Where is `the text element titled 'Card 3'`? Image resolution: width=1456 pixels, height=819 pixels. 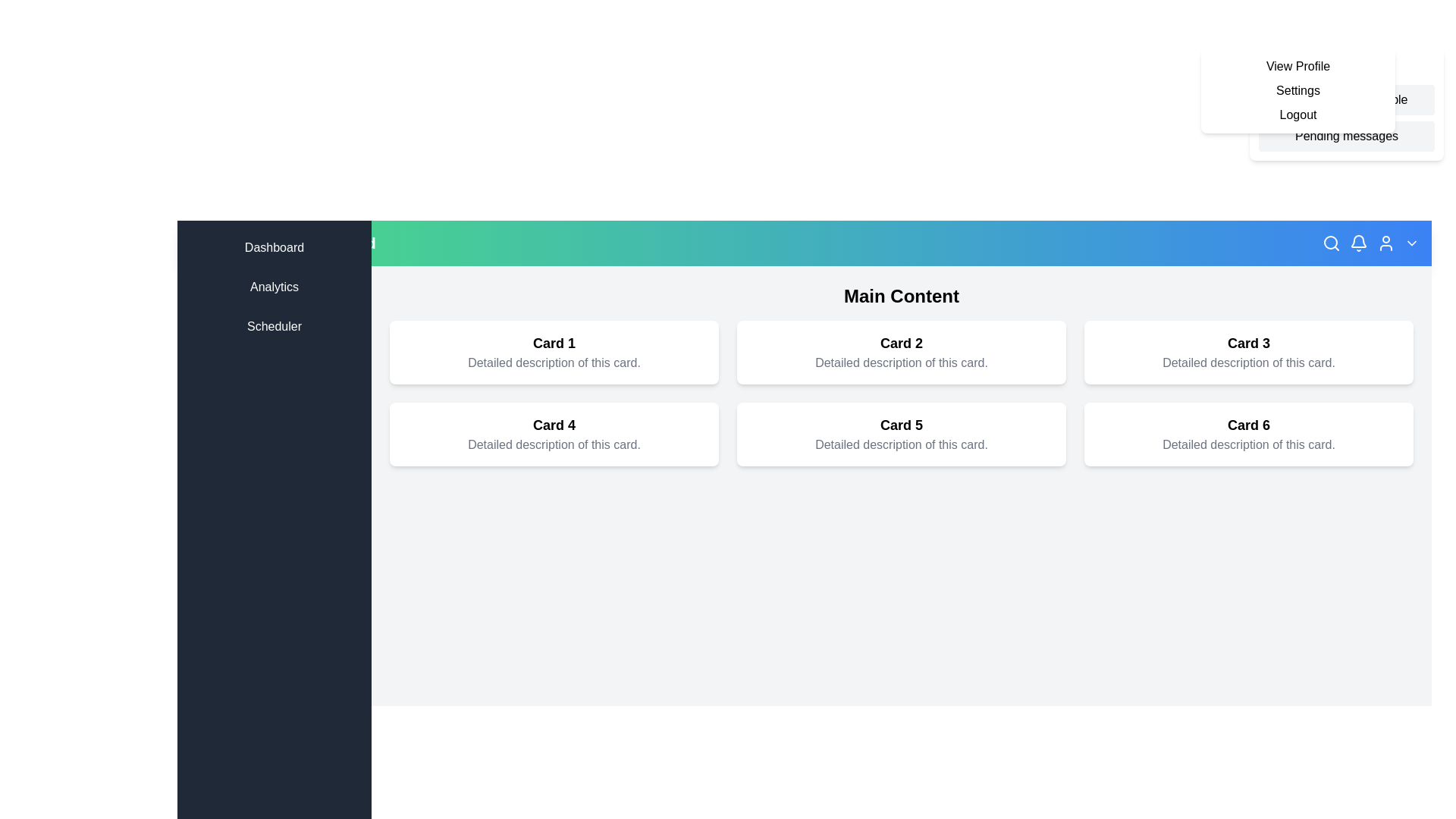 the text element titled 'Card 3' is located at coordinates (1248, 343).